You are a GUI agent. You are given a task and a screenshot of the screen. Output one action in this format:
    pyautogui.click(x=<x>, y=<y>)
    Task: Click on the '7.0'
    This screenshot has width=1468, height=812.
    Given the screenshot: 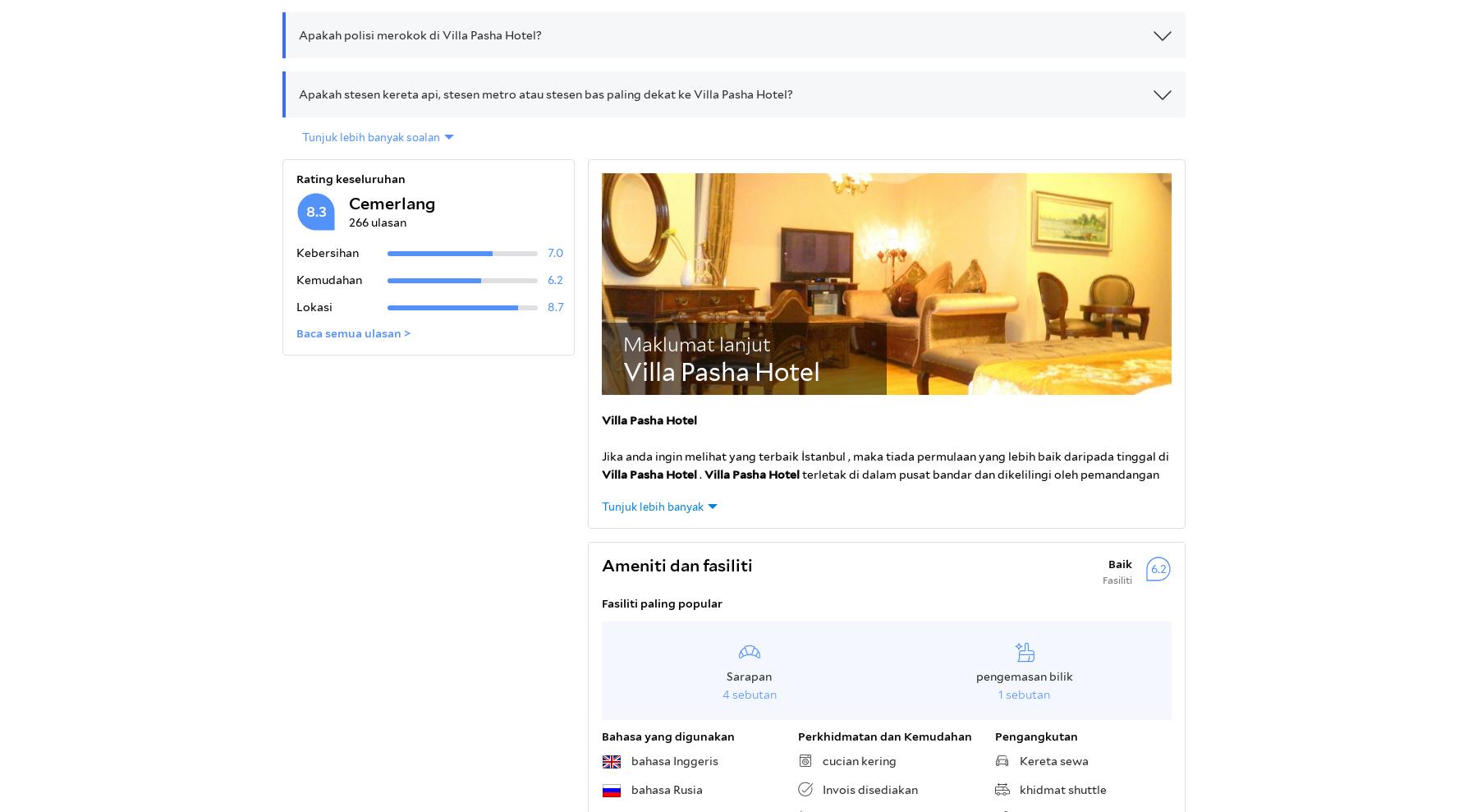 What is the action you would take?
    pyautogui.click(x=554, y=252)
    